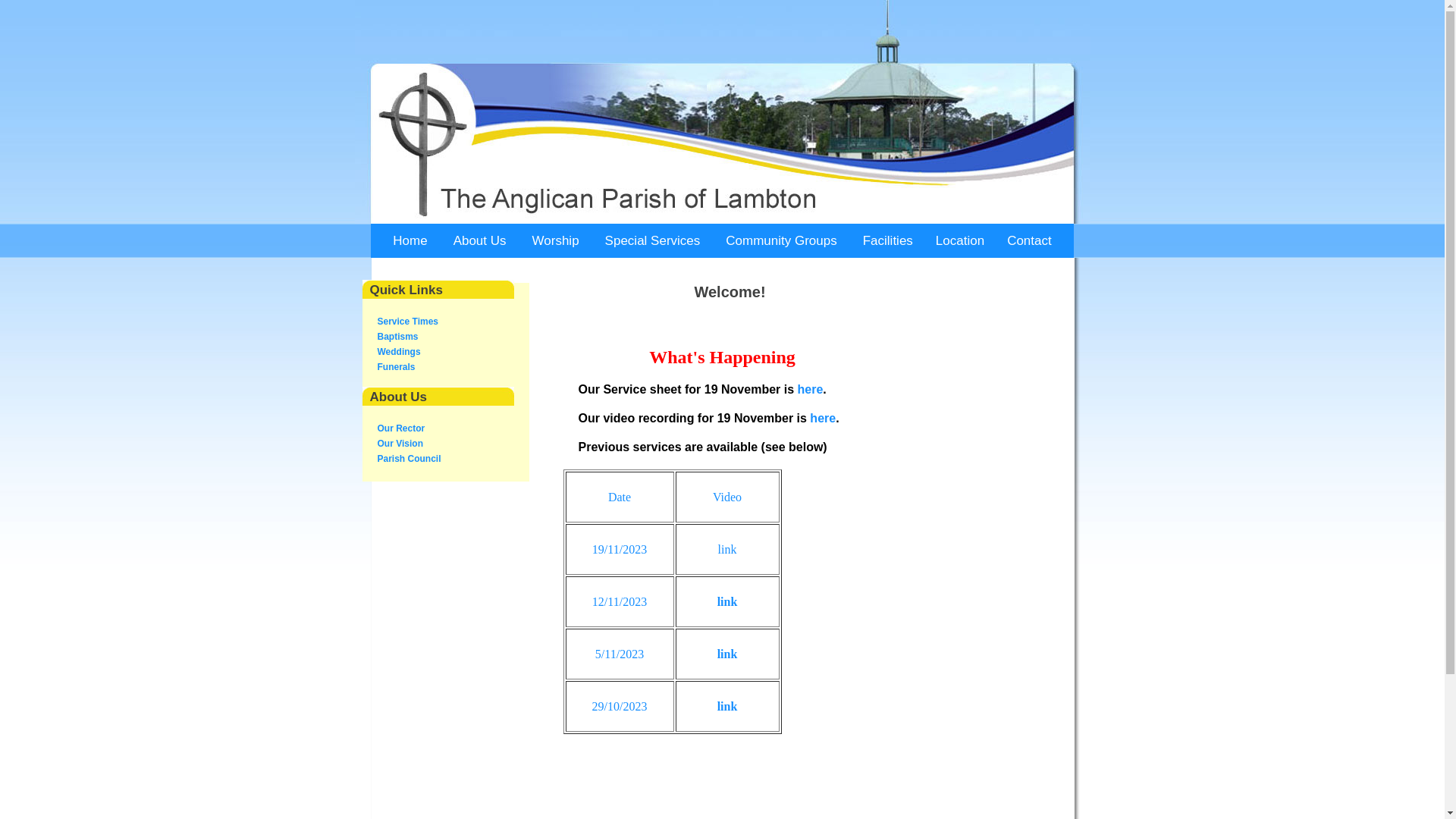  I want to click on 'Service Times', so click(408, 321).